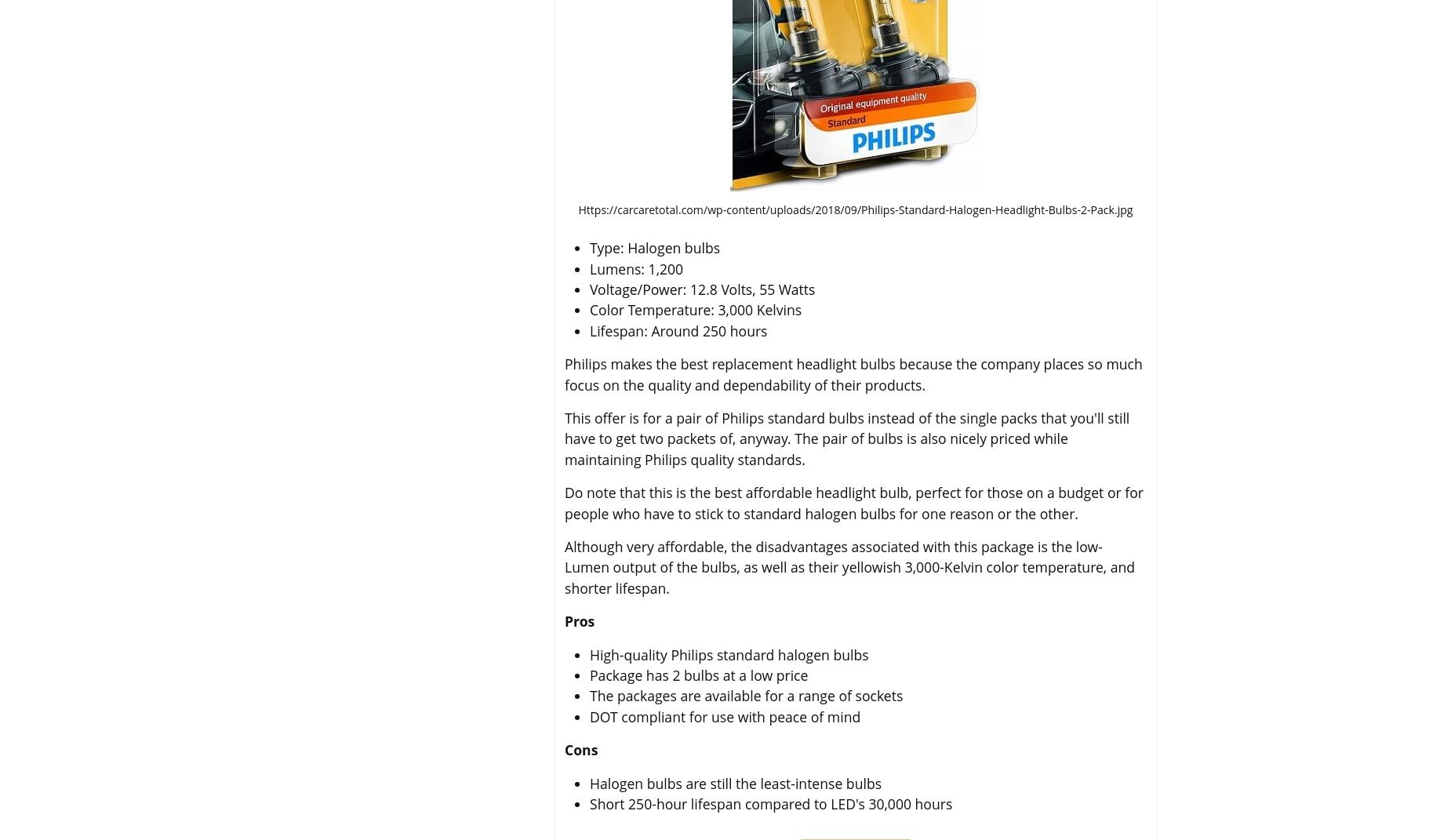  What do you see at coordinates (590, 267) in the screenshot?
I see `'Lumens: 1,200'` at bounding box center [590, 267].